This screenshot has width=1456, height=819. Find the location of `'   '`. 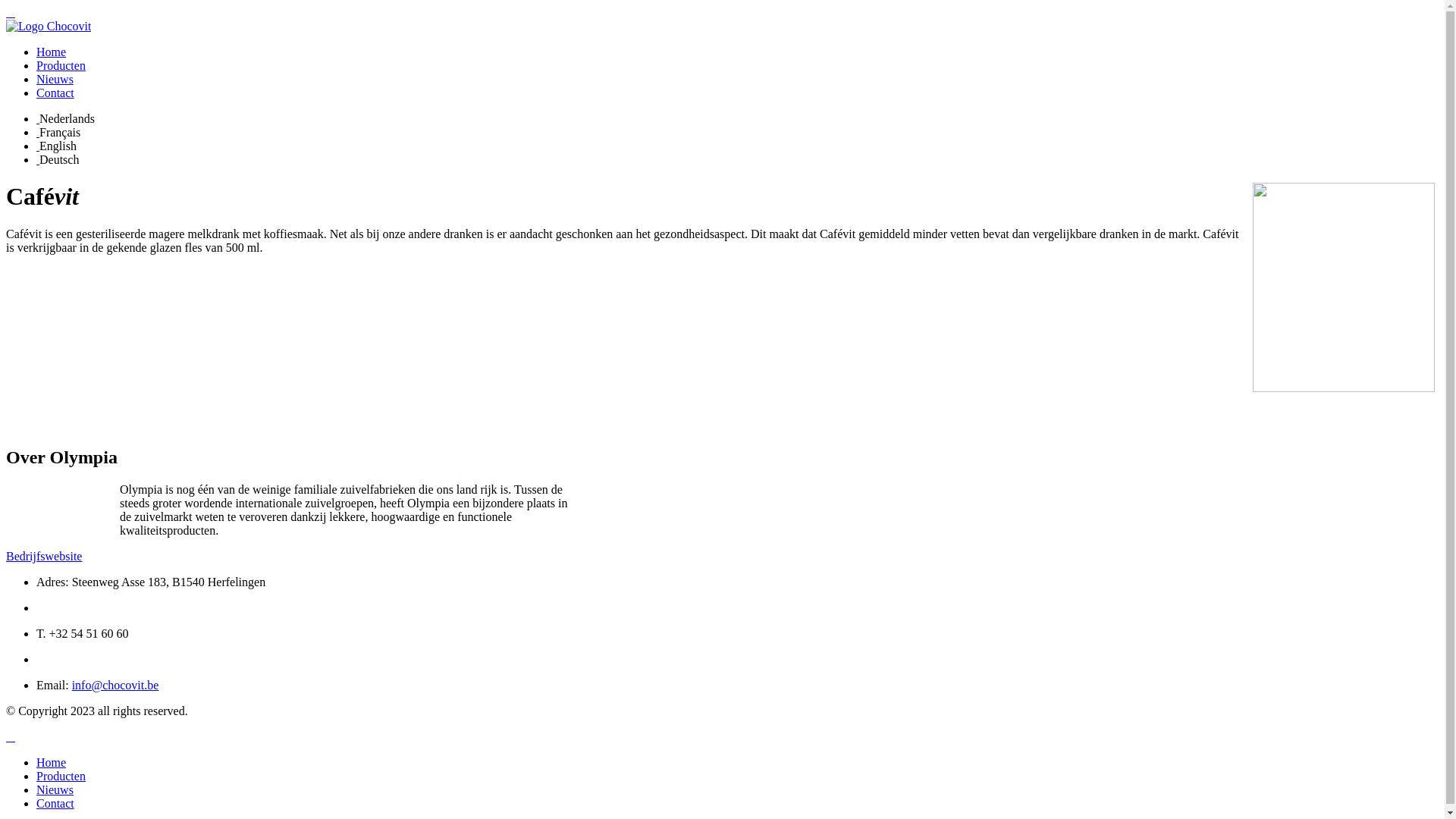

'   ' is located at coordinates (11, 12).